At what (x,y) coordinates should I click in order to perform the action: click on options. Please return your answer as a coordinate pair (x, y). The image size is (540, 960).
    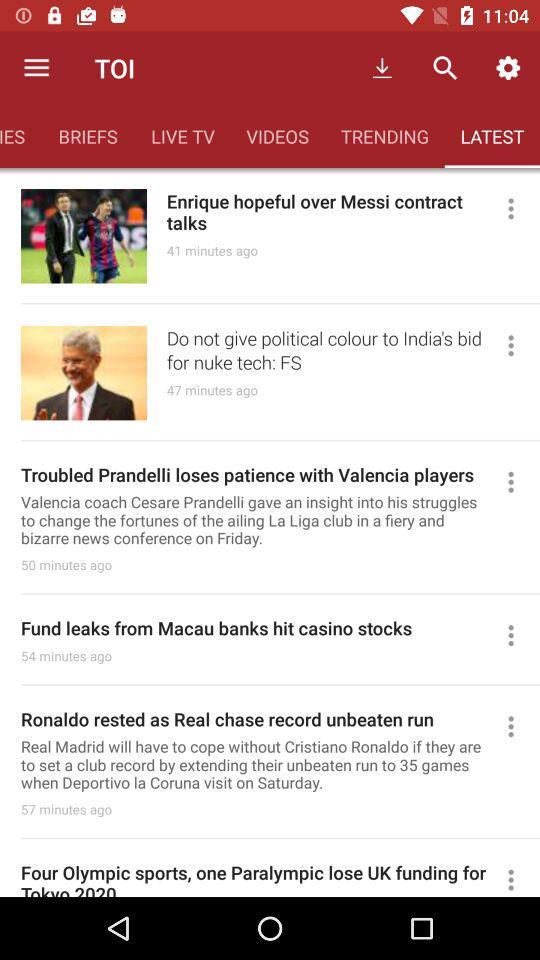
    Looking at the image, I should click on (519, 634).